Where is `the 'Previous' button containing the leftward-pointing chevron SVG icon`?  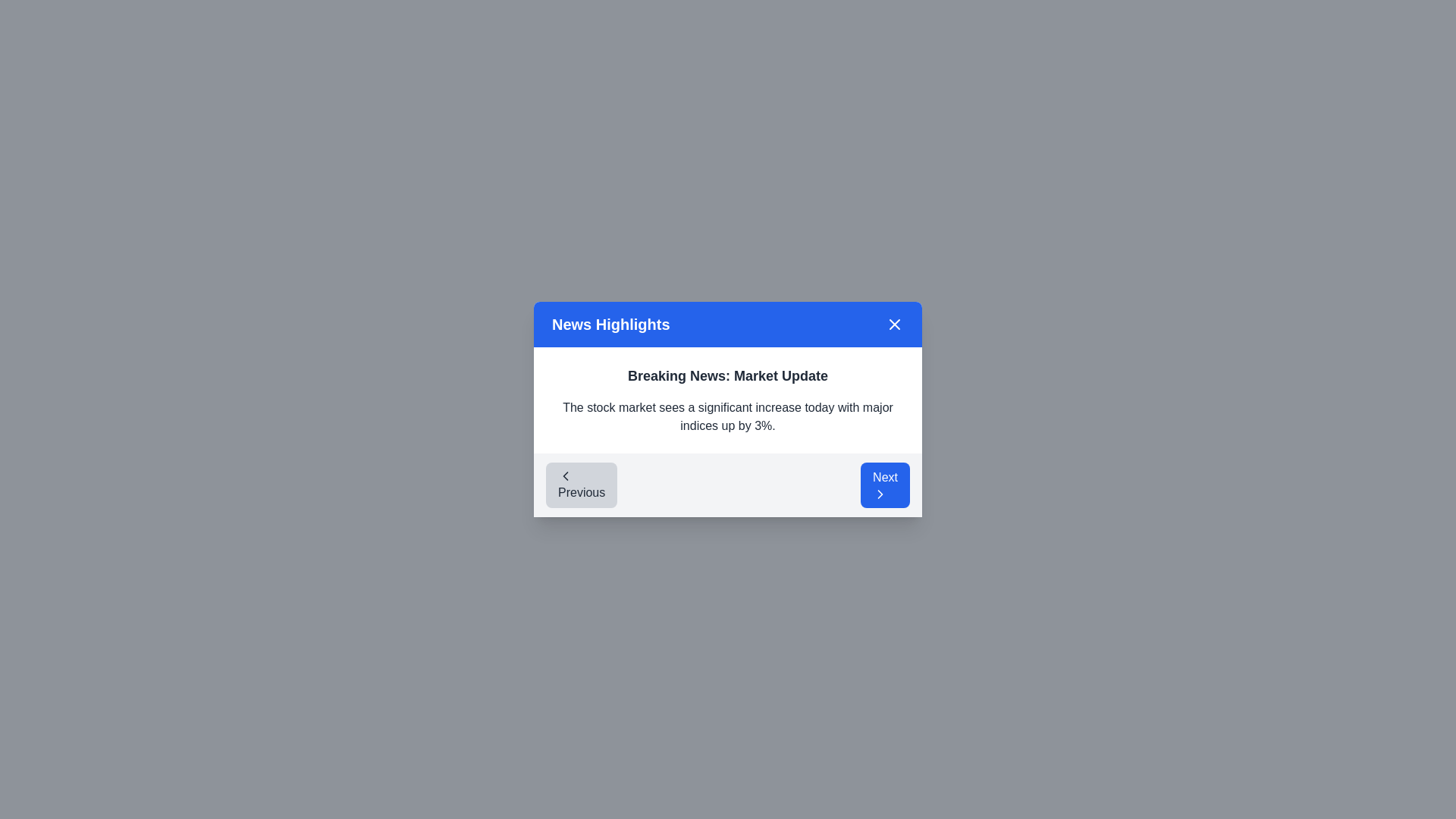 the 'Previous' button containing the leftward-pointing chevron SVG icon is located at coordinates (564, 475).